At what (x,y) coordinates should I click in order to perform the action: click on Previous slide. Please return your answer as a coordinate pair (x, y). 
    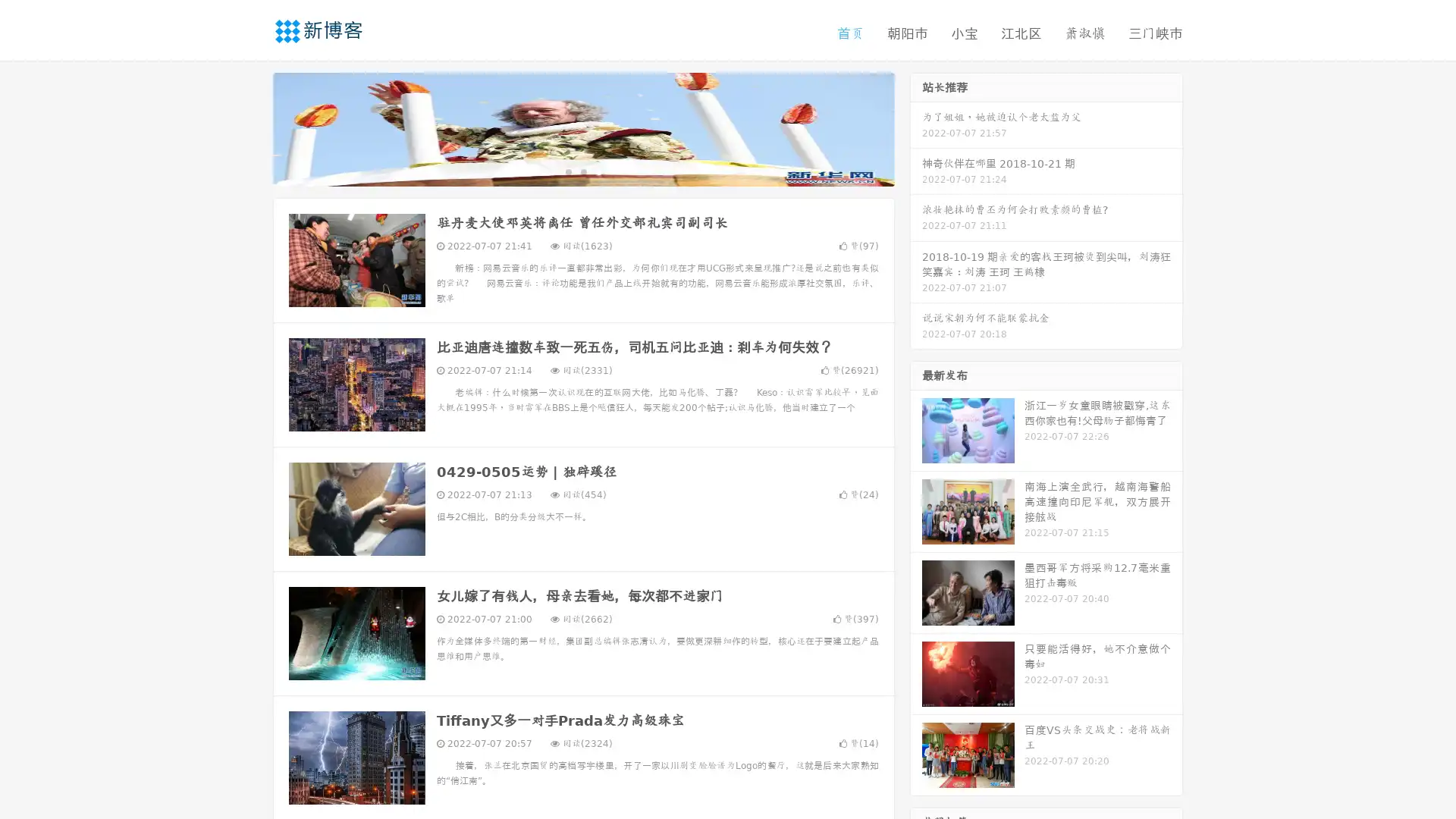
    Looking at the image, I should click on (250, 127).